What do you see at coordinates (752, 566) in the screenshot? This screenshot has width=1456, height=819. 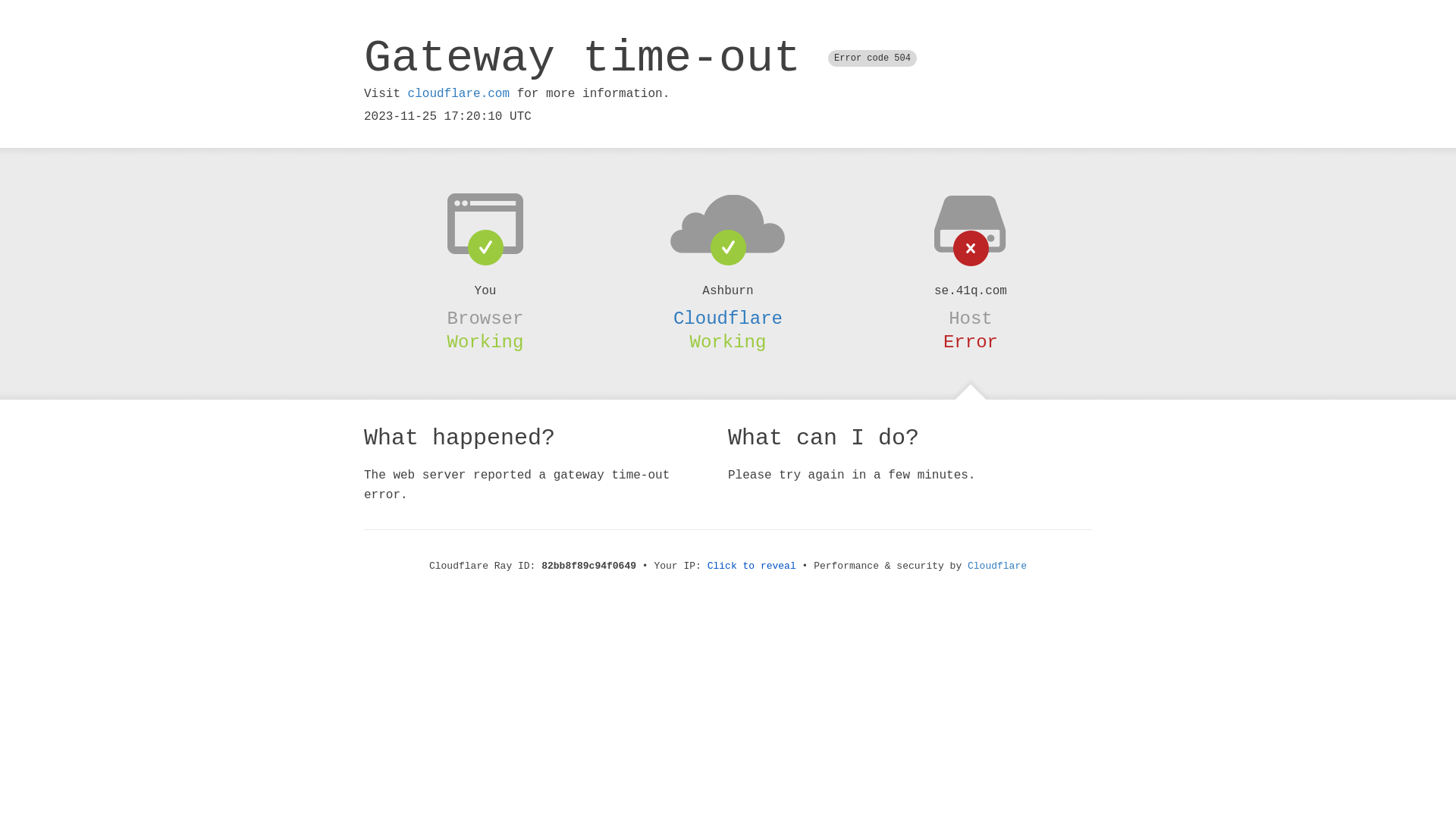 I see `'Click to reveal'` at bounding box center [752, 566].